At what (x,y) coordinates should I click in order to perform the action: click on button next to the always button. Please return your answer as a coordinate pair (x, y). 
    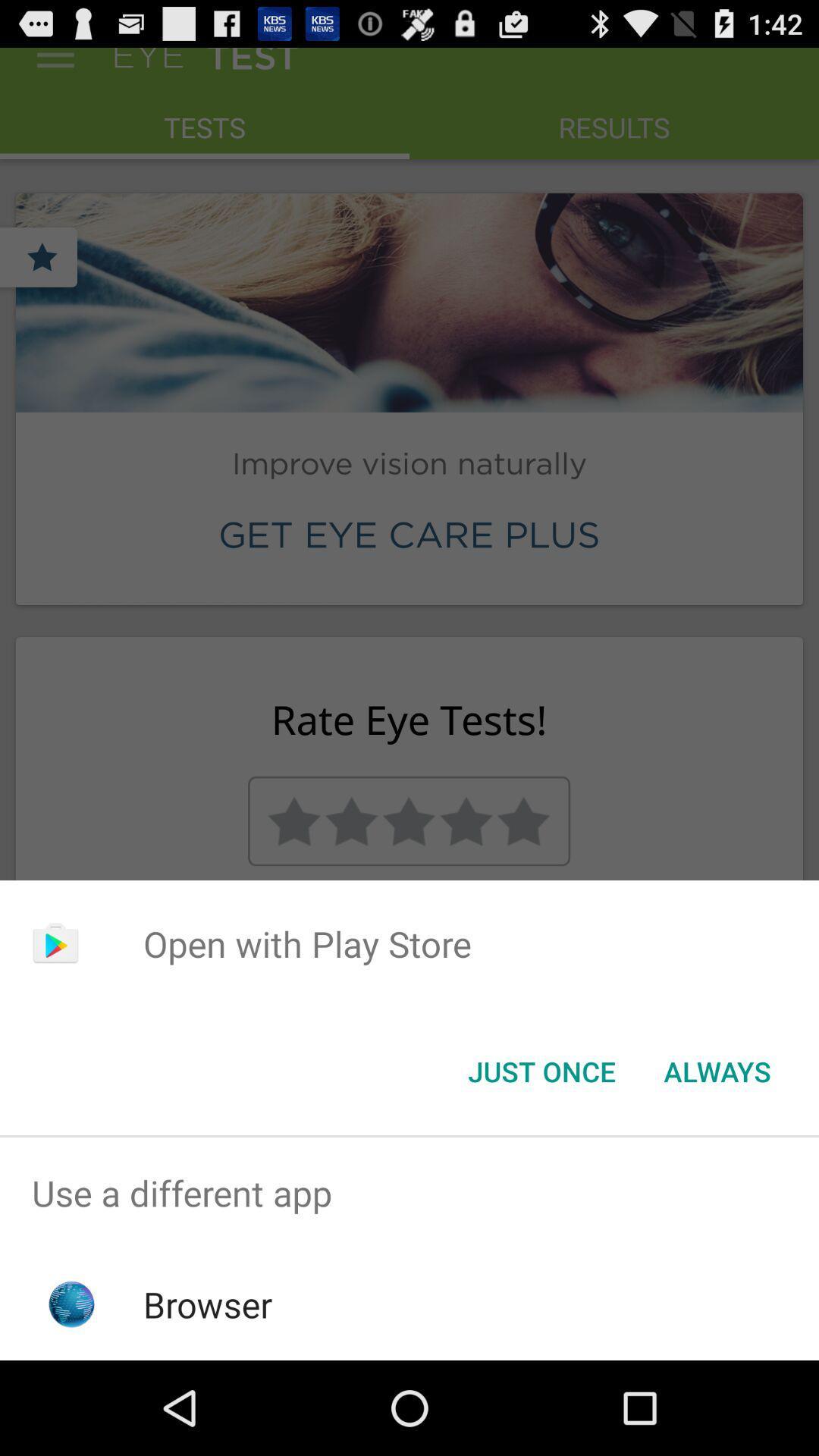
    Looking at the image, I should click on (541, 1070).